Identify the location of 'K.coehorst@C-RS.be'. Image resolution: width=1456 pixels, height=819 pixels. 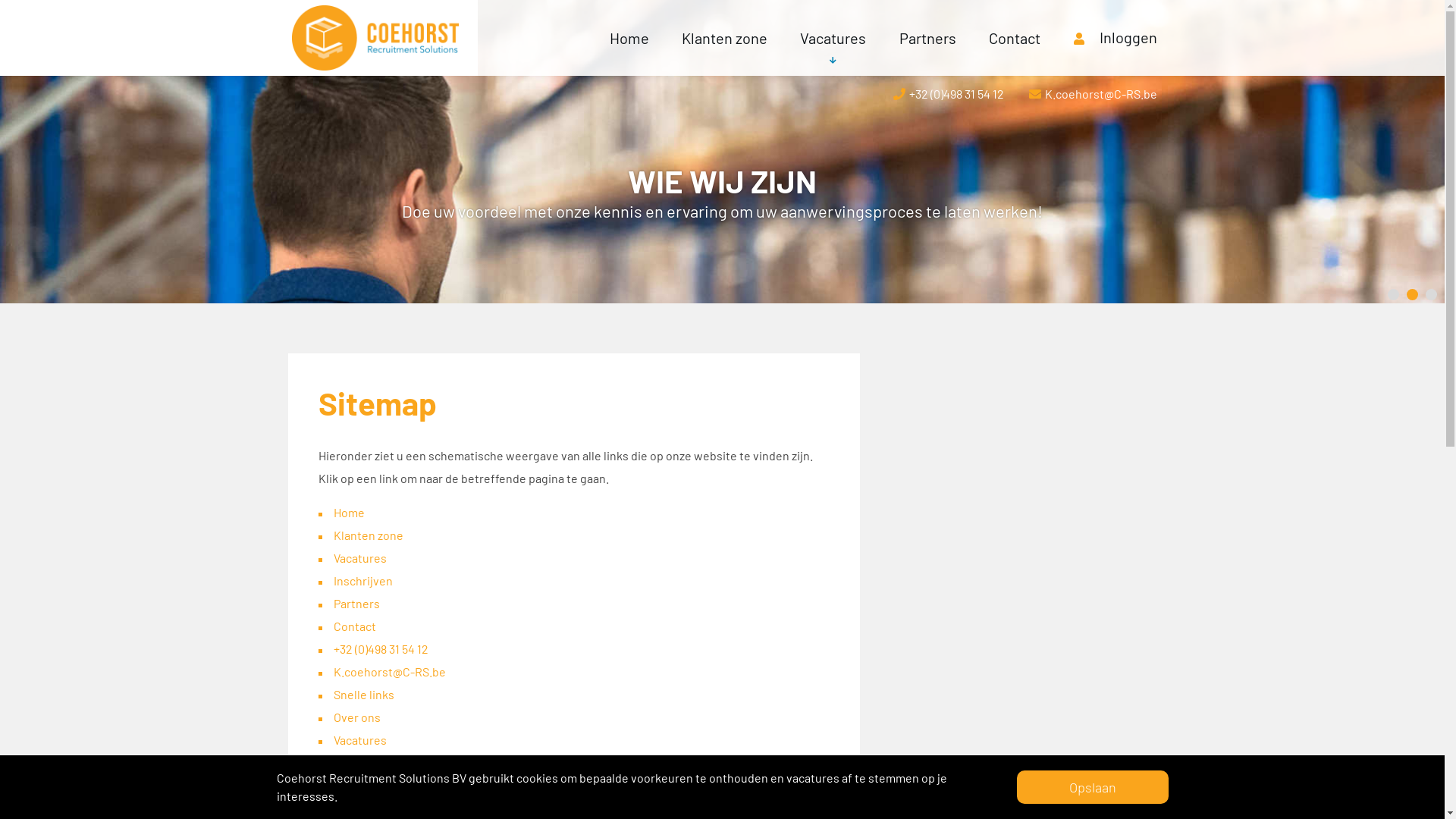
(389, 670).